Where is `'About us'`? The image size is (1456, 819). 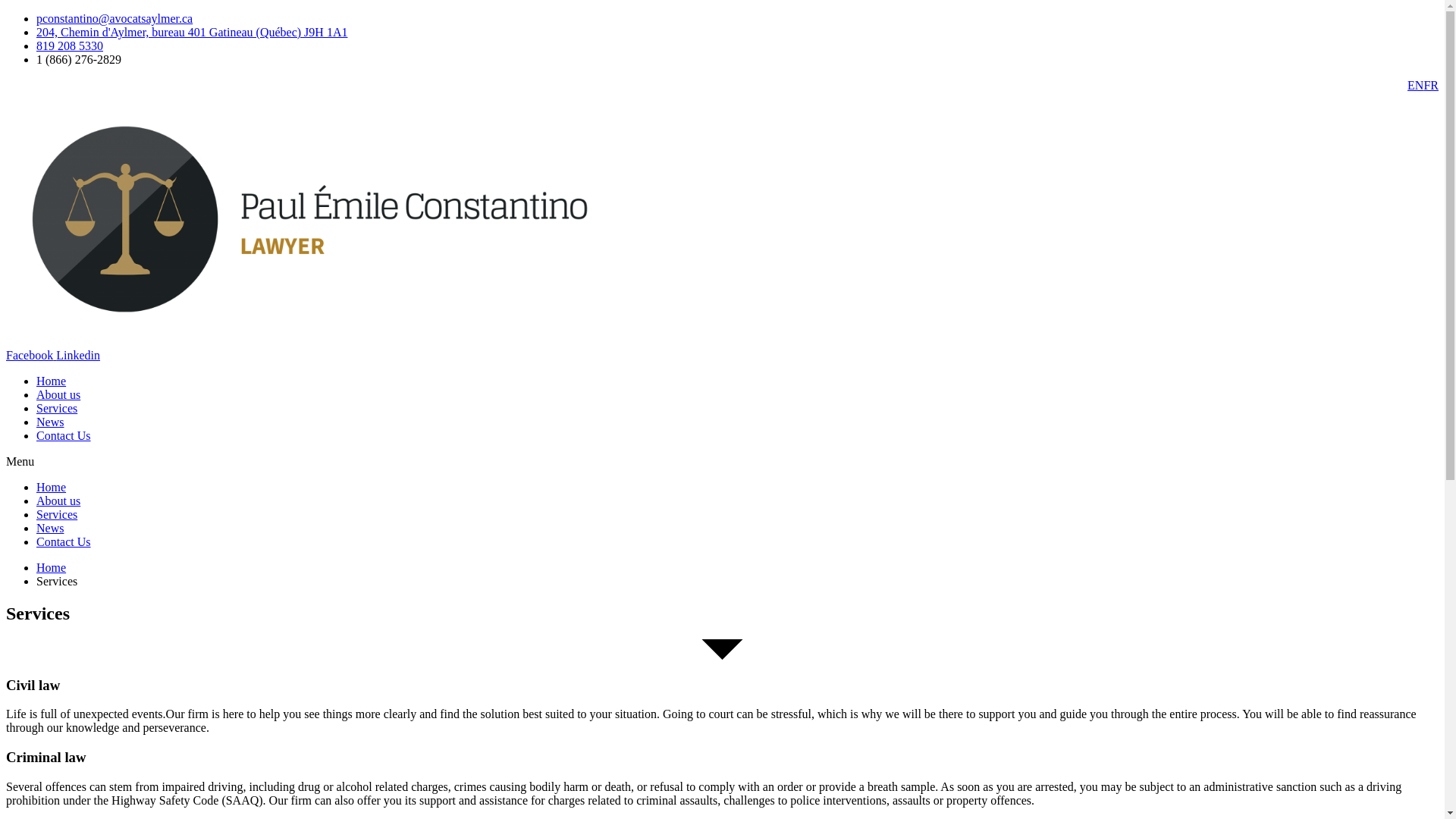 'About us' is located at coordinates (36, 394).